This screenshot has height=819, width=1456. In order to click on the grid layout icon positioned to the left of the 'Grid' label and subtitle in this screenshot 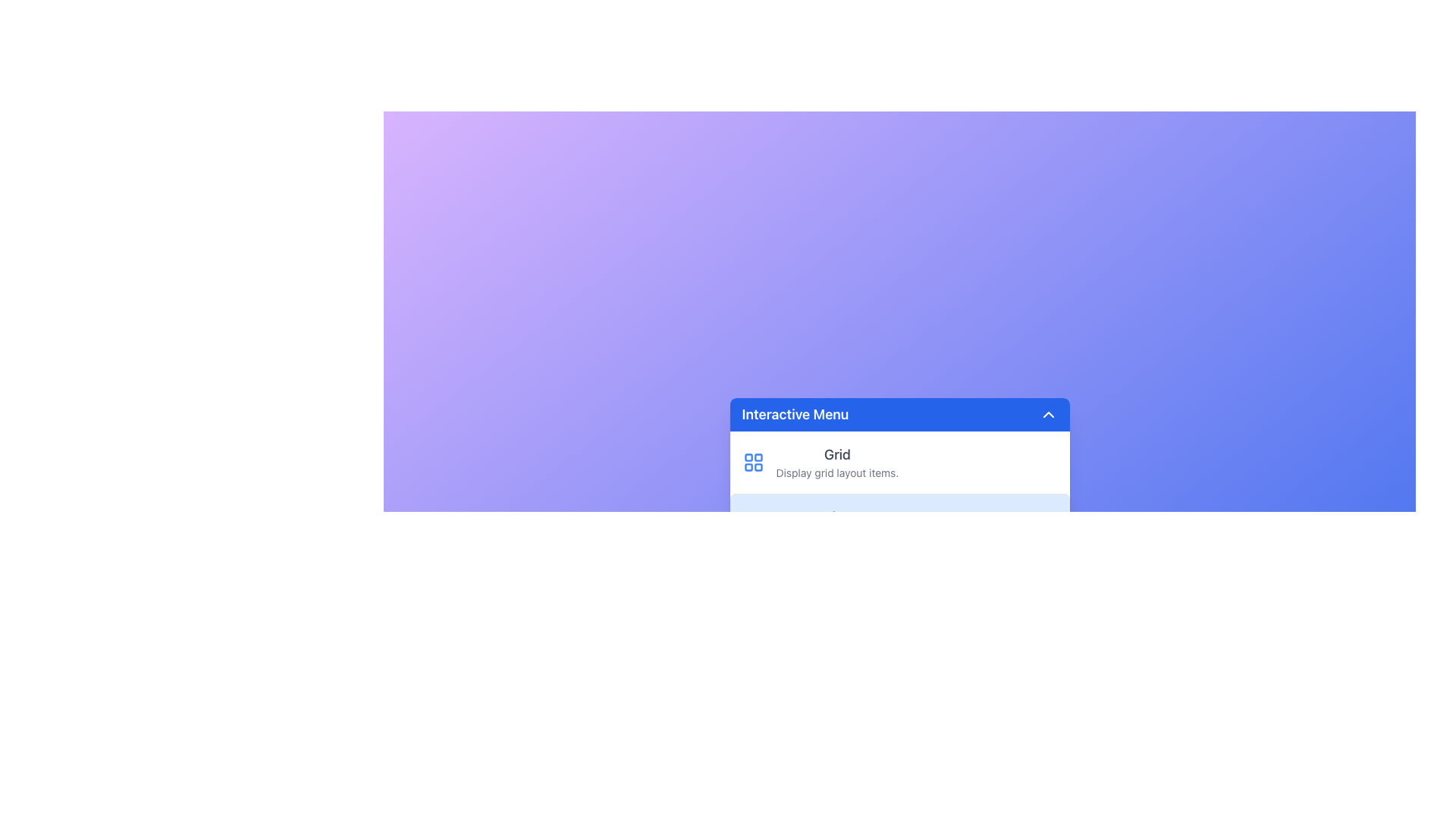, I will do `click(753, 461)`.